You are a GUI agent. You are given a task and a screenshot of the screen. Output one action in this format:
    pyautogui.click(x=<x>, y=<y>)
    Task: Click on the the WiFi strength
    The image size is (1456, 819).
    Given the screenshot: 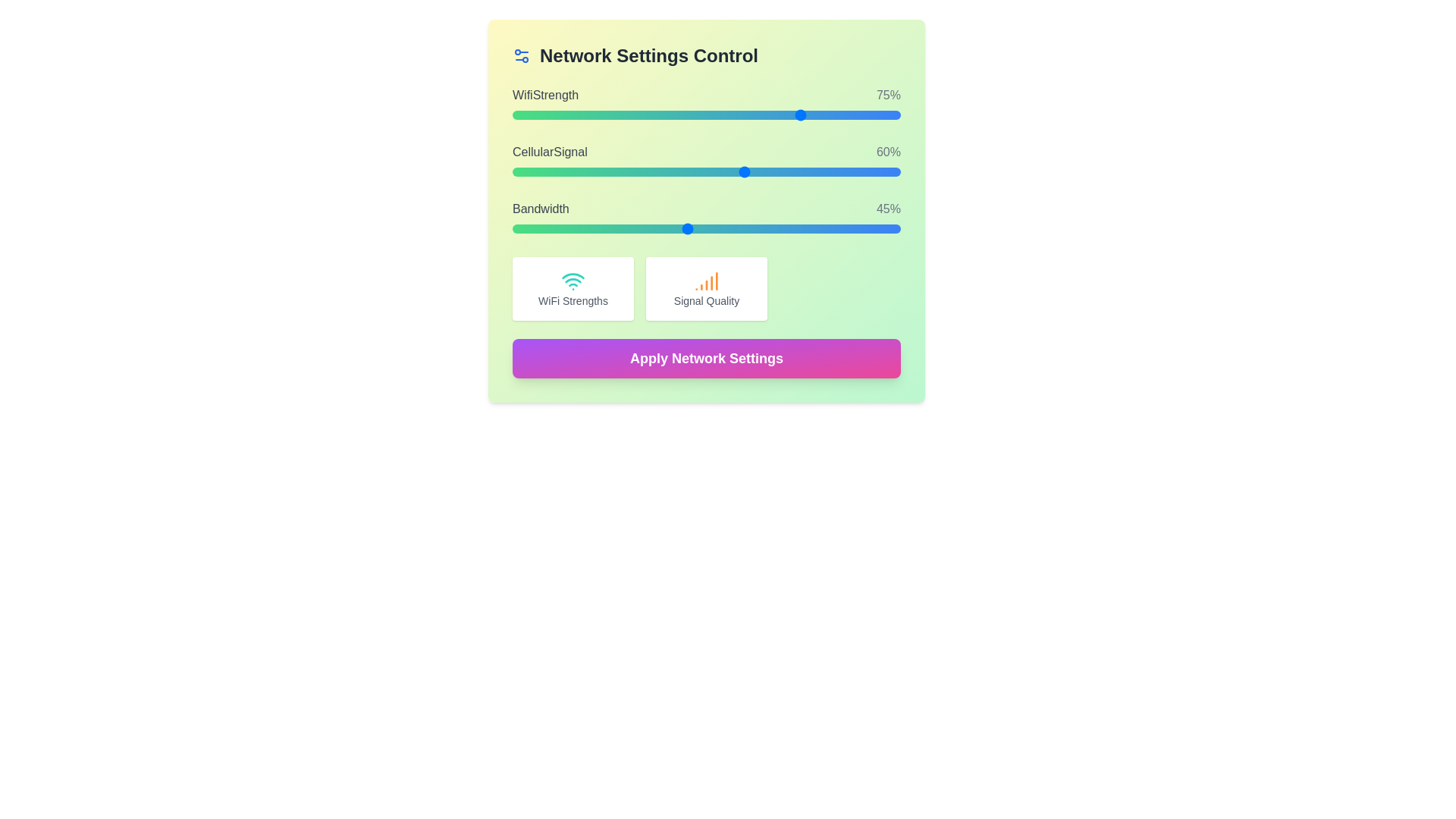 What is the action you would take?
    pyautogui.click(x=670, y=114)
    